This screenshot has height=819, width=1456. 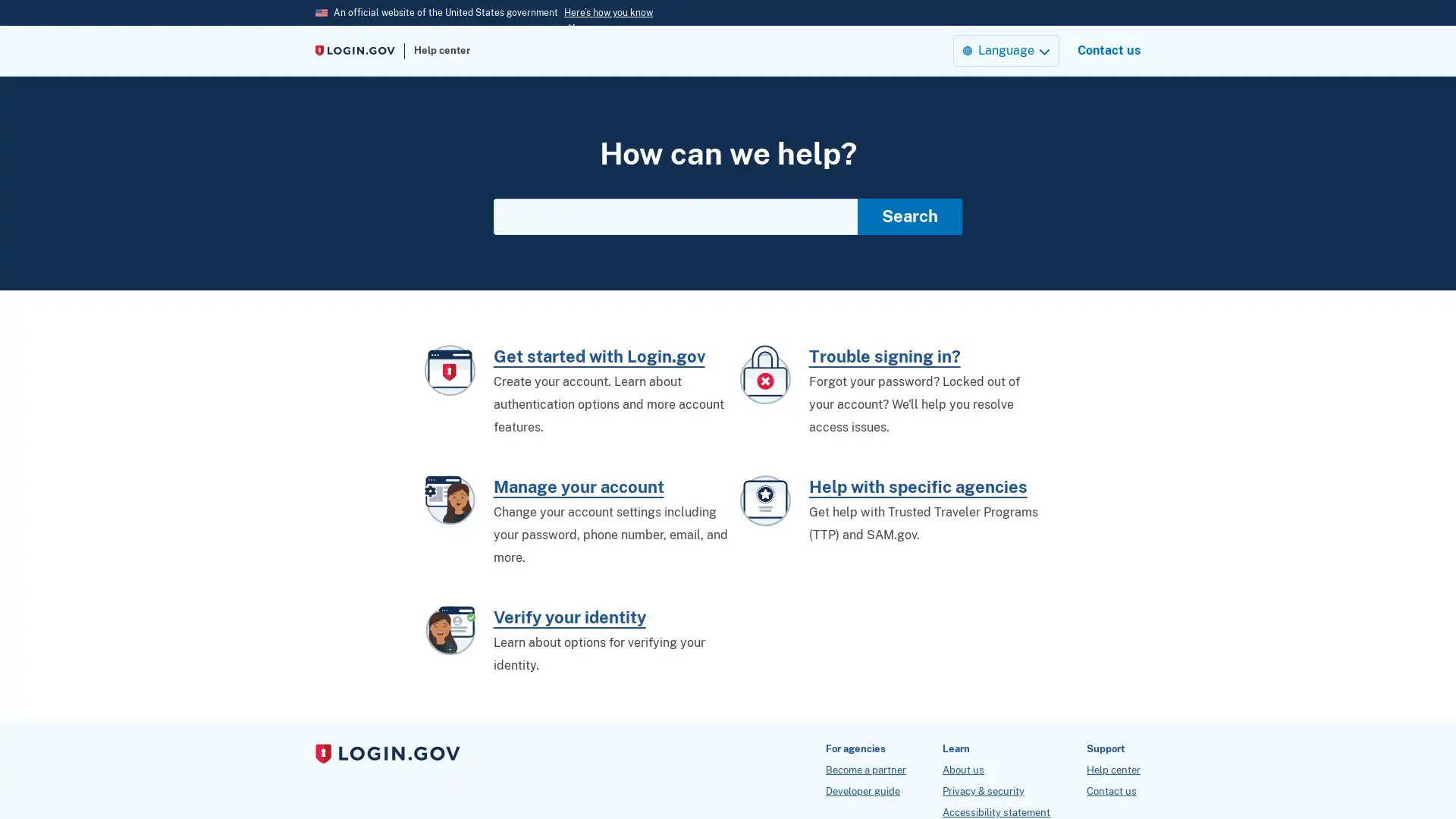 What do you see at coordinates (608, 12) in the screenshot?
I see `Heres how you know` at bounding box center [608, 12].